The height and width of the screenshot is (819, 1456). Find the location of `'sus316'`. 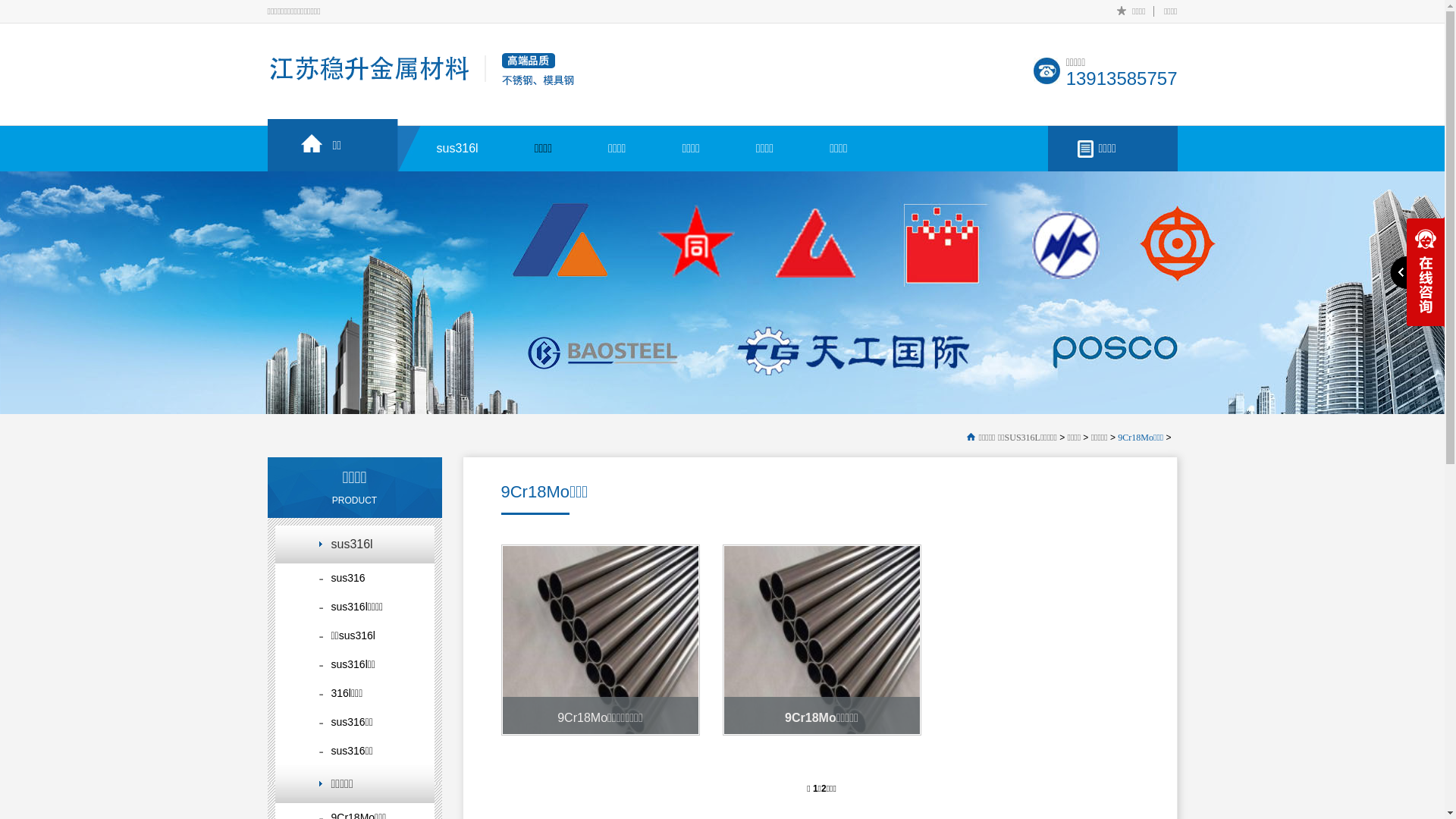

'sus316' is located at coordinates (353, 578).